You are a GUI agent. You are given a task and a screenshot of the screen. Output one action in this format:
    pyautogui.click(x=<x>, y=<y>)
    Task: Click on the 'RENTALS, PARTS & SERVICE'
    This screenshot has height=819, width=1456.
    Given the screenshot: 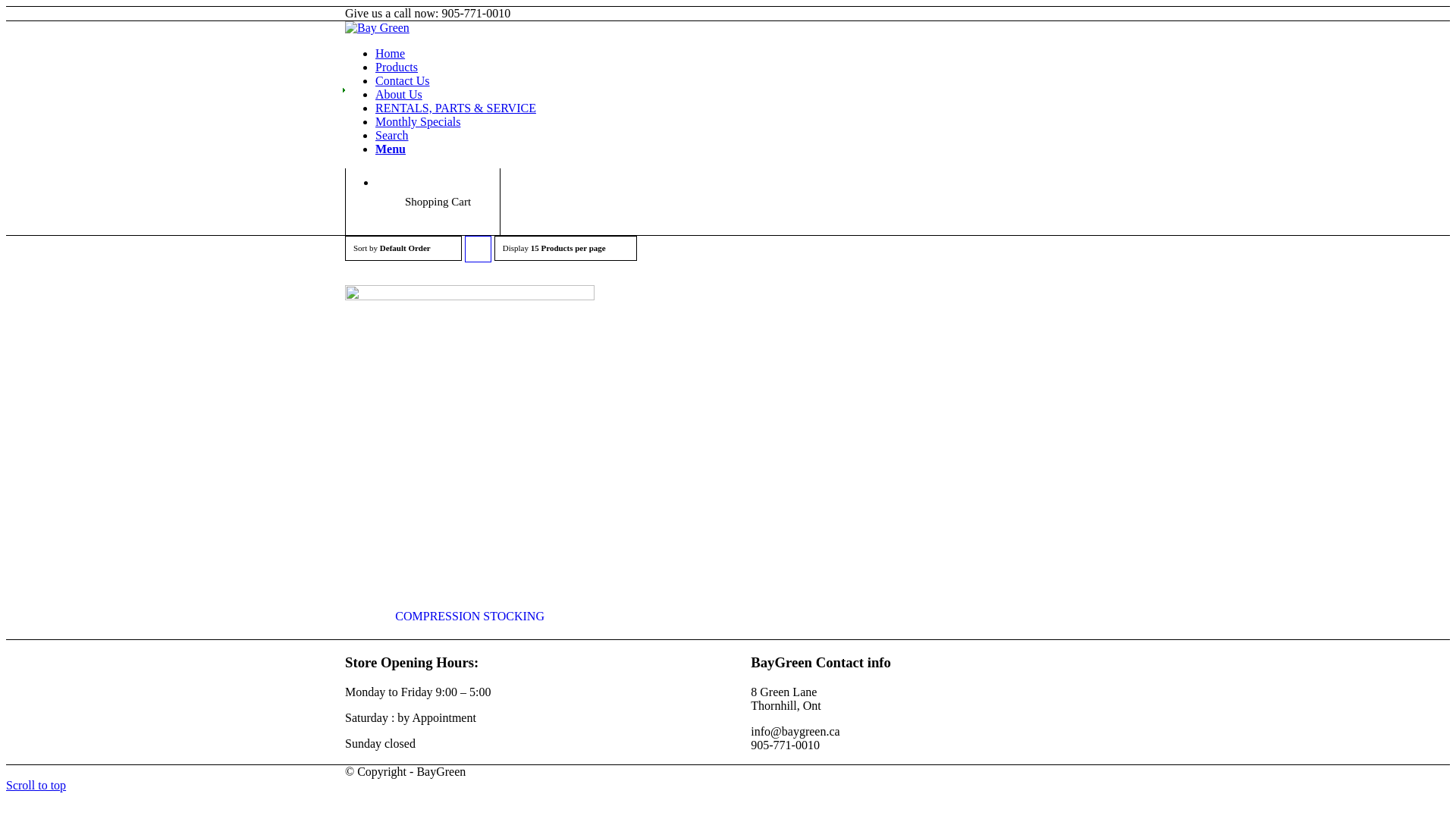 What is the action you would take?
    pyautogui.click(x=454, y=107)
    